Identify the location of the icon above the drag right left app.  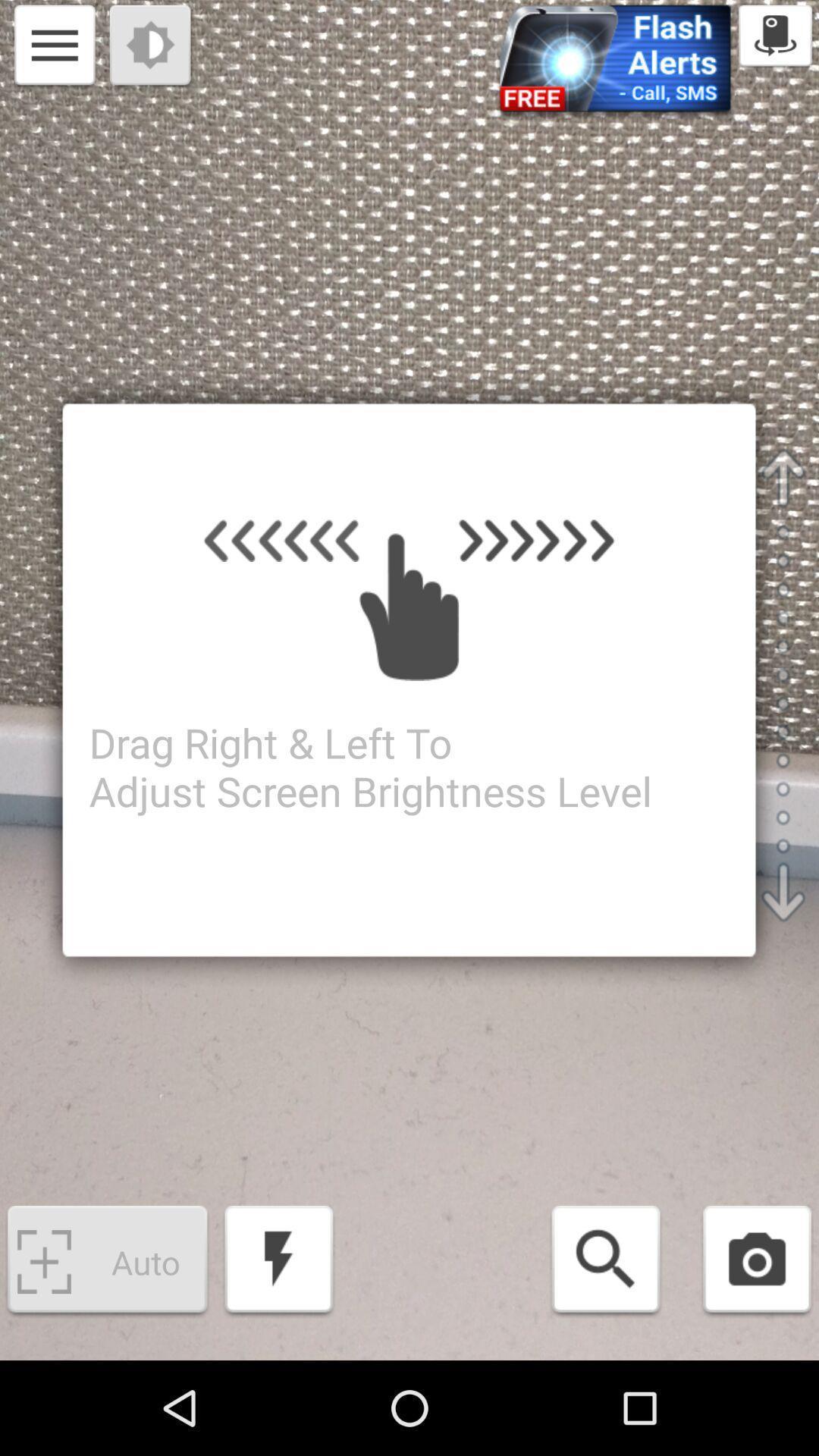
(54, 47).